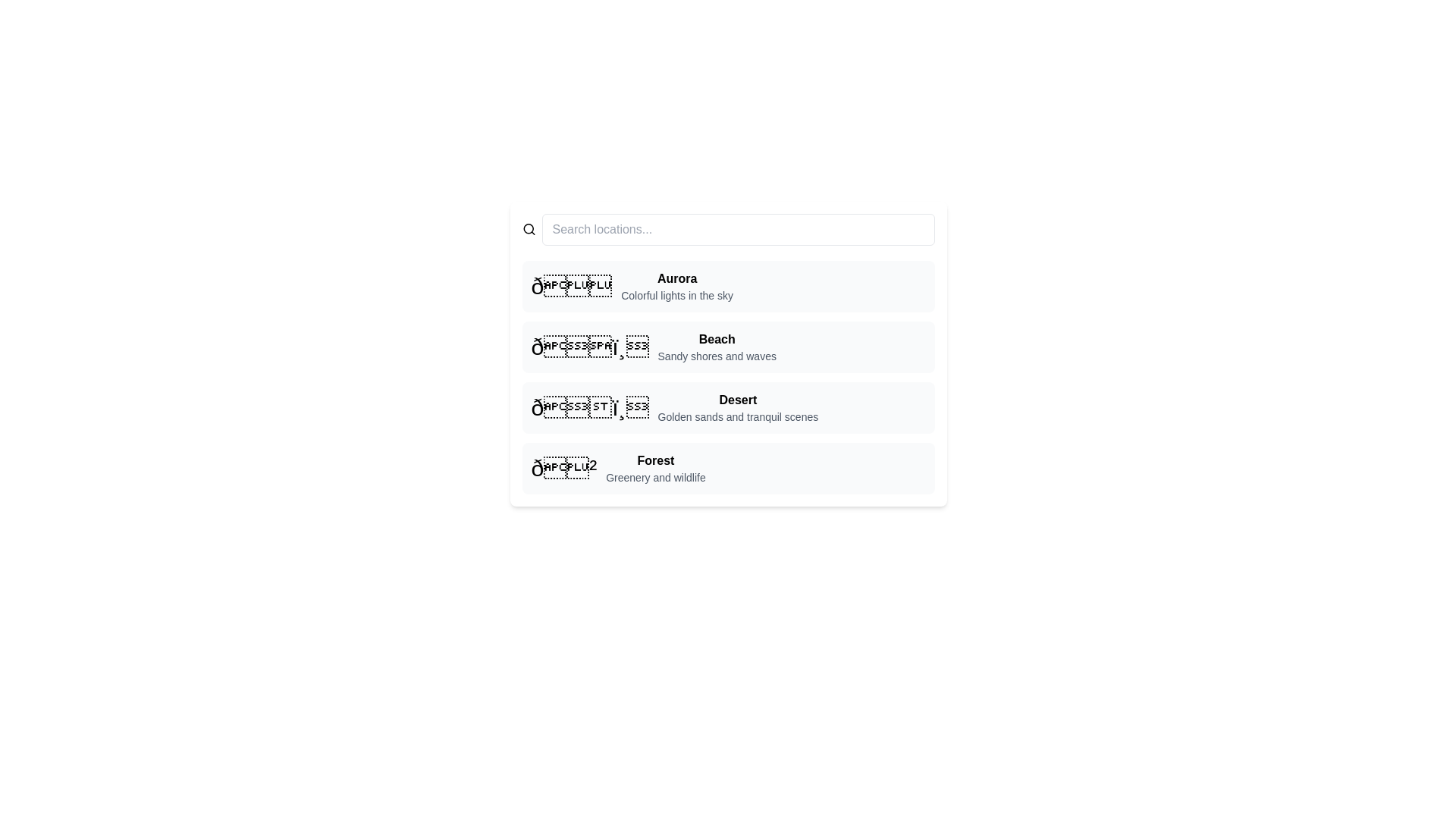 Image resolution: width=1456 pixels, height=819 pixels. Describe the element at coordinates (728, 347) in the screenshot. I see `the List Item displaying the emoji of a beach, titled 'Beach' with the description 'Sandy shores and waves' for more details` at that location.